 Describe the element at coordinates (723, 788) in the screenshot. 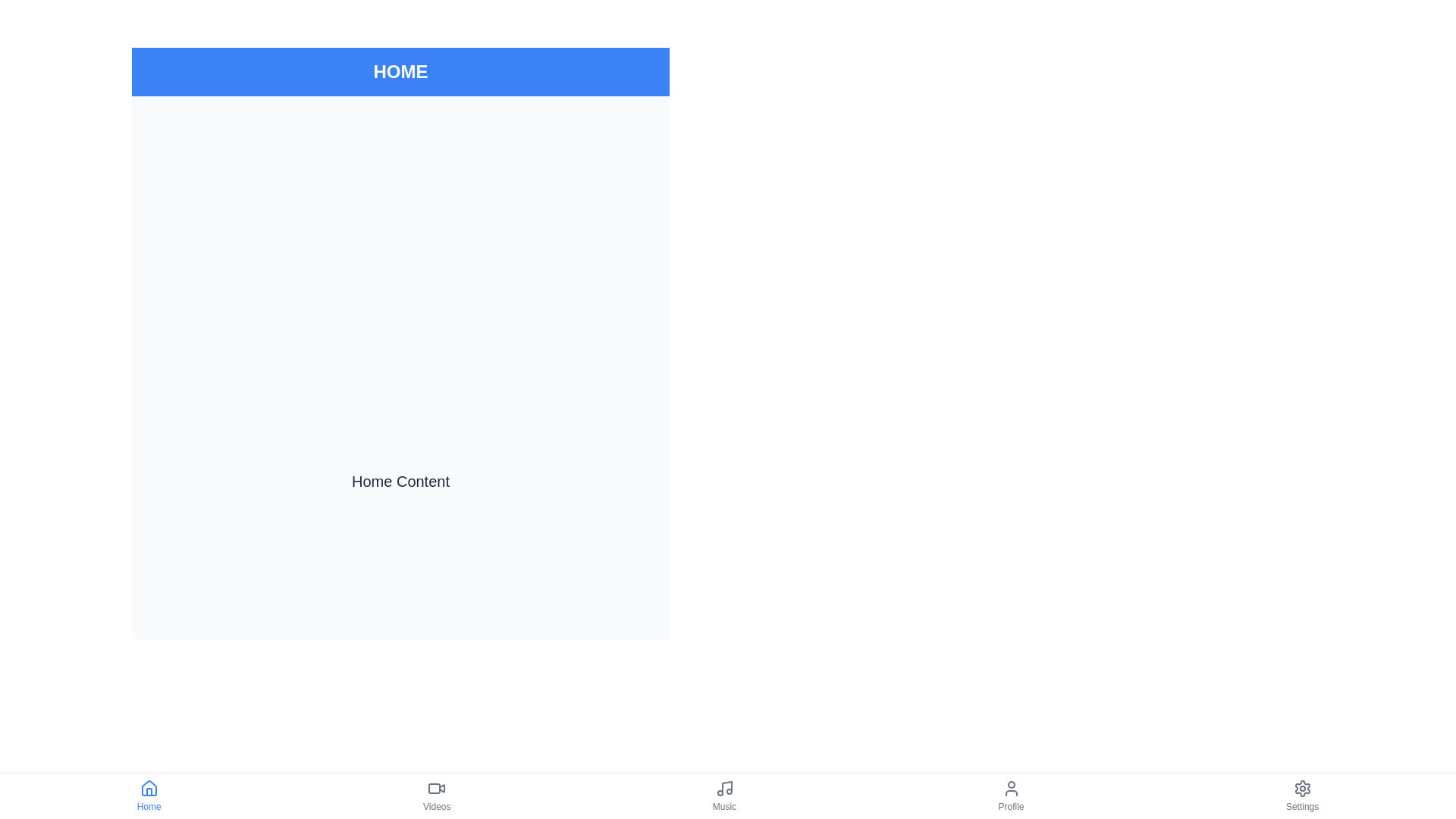

I see `the 'Music' icon in the bottom navigation bar` at that location.